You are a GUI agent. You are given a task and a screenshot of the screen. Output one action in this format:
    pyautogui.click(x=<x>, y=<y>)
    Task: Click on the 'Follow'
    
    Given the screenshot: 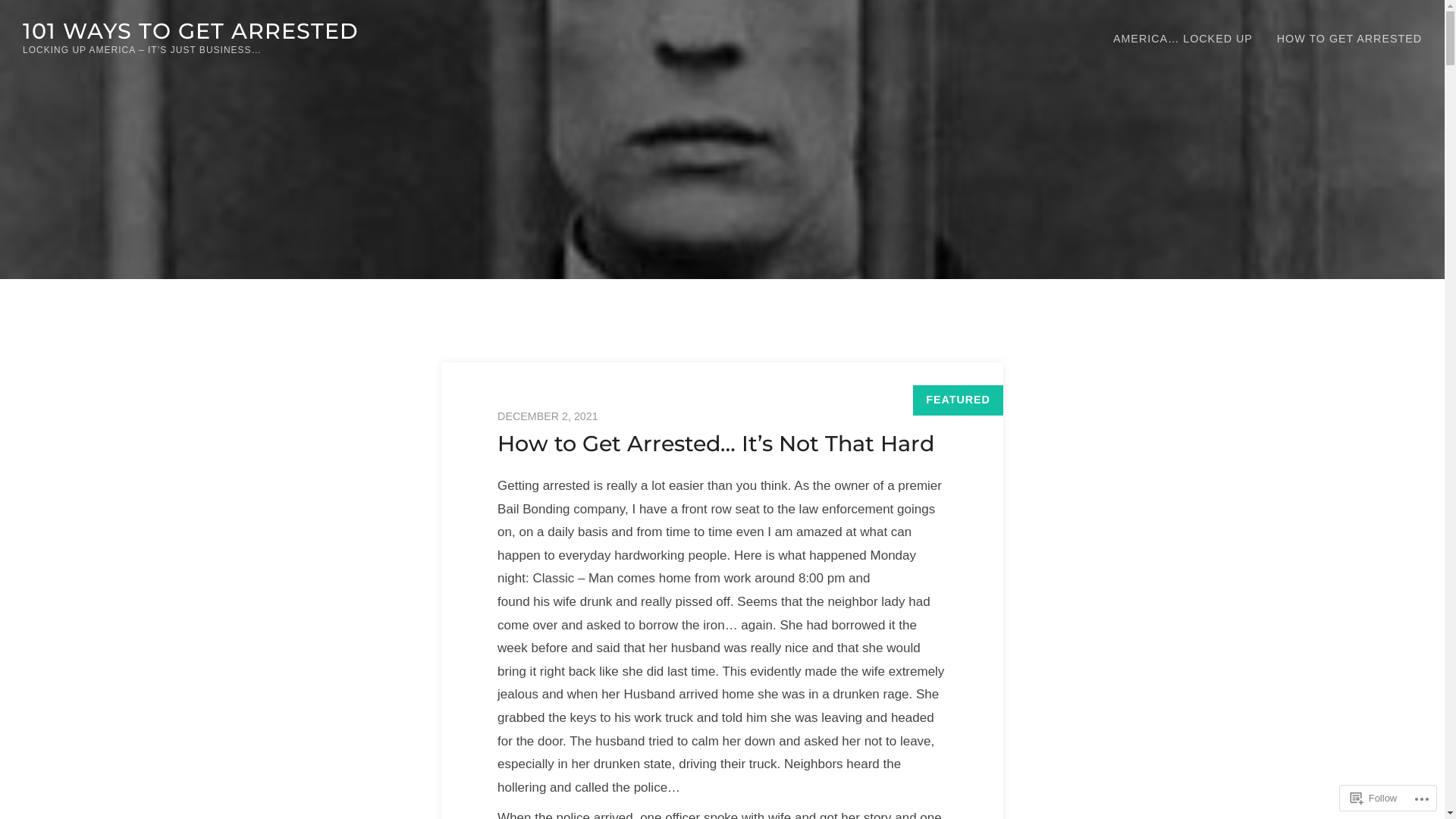 What is the action you would take?
    pyautogui.click(x=1374, y=797)
    